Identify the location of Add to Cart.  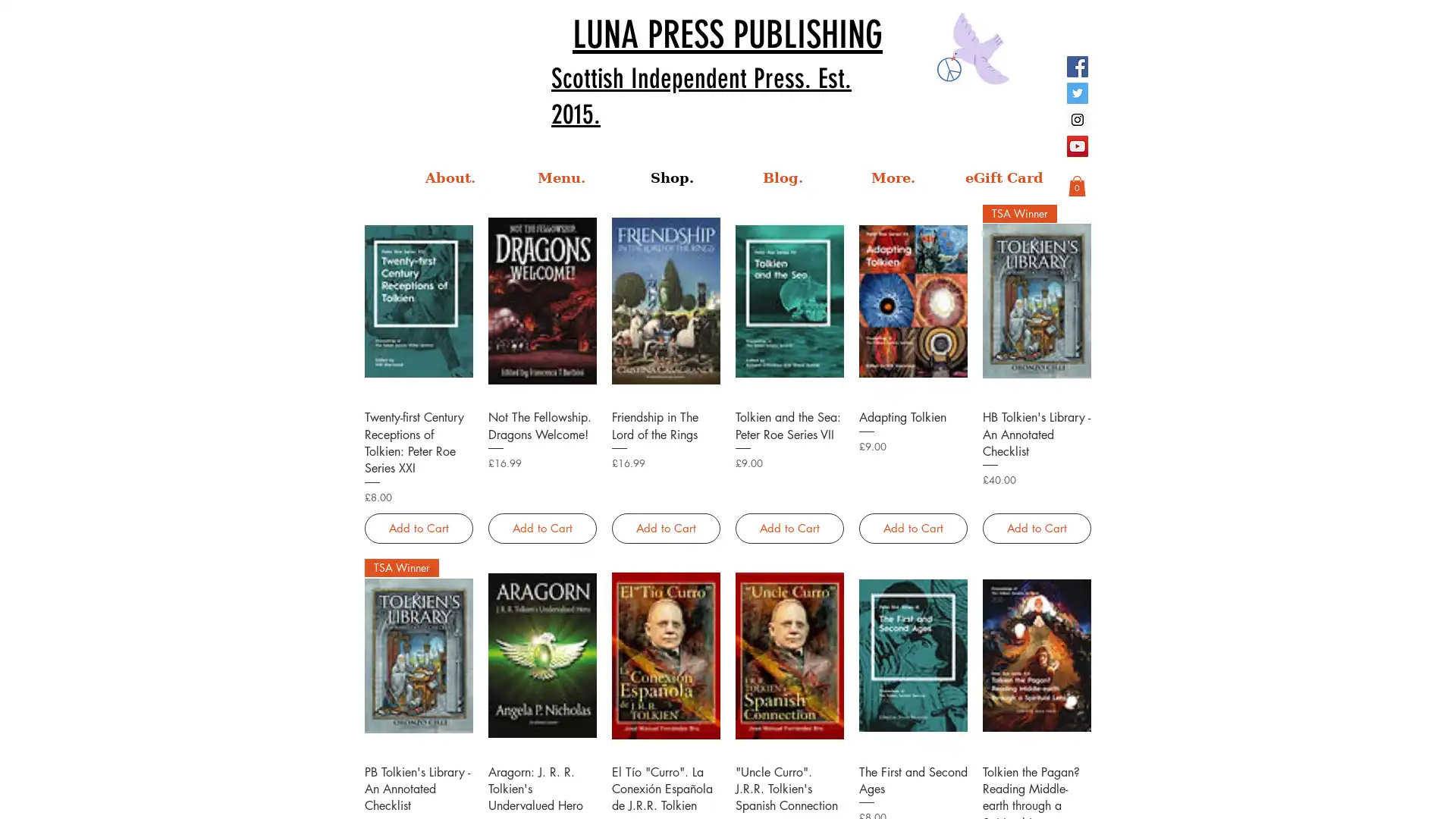
(419, 527).